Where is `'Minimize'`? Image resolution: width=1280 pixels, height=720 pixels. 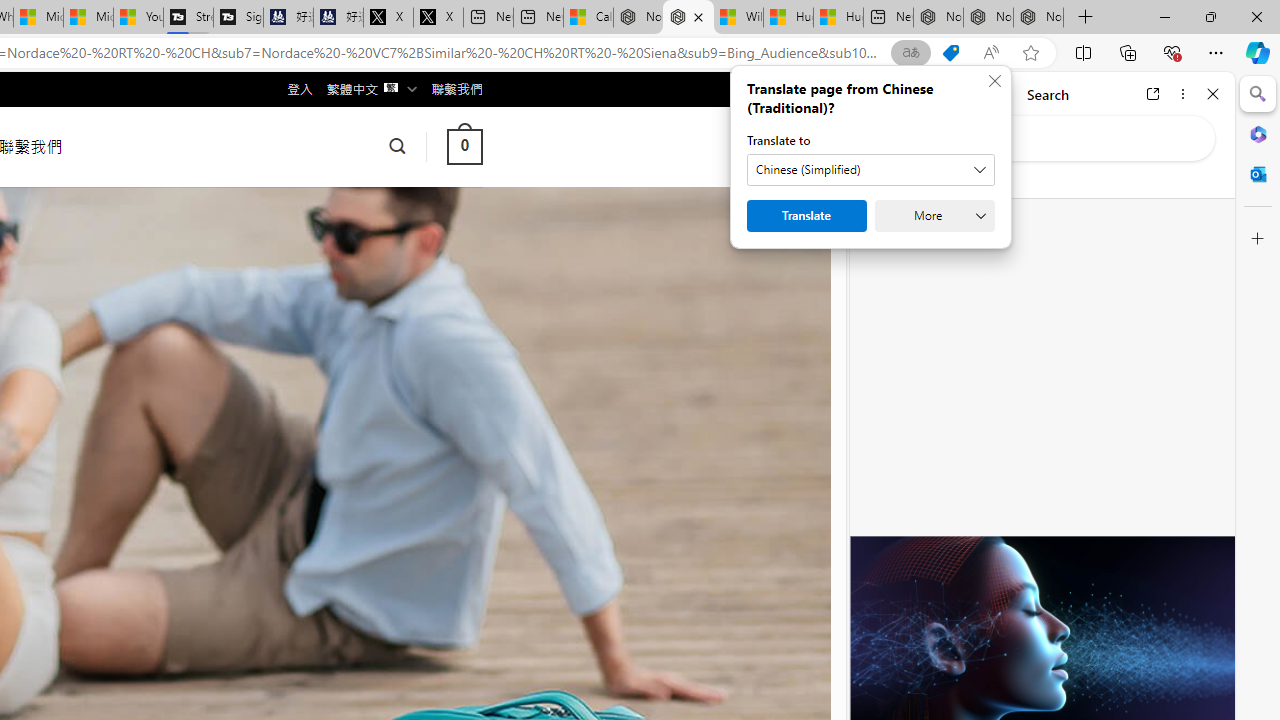 'Minimize' is located at coordinates (1164, 16).